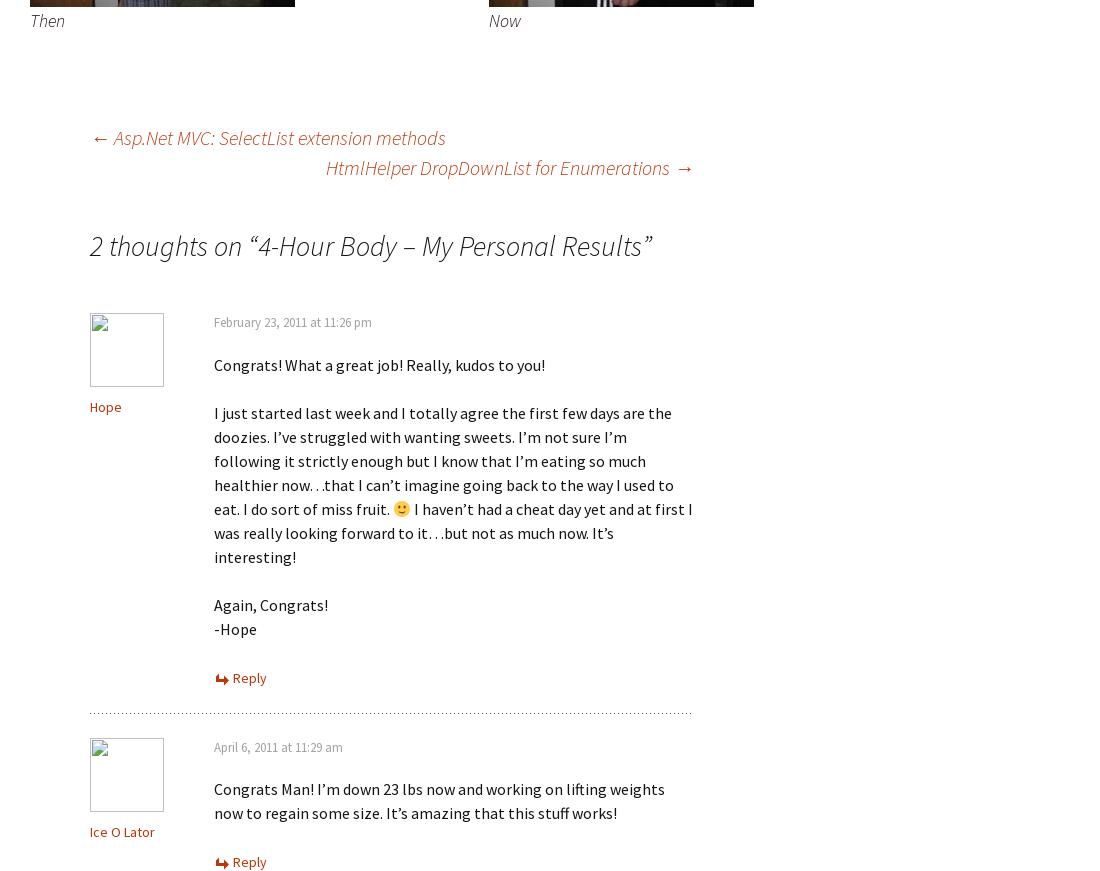 The width and height of the screenshot is (1100, 871). What do you see at coordinates (250, 676) in the screenshot?
I see `'Reply'` at bounding box center [250, 676].